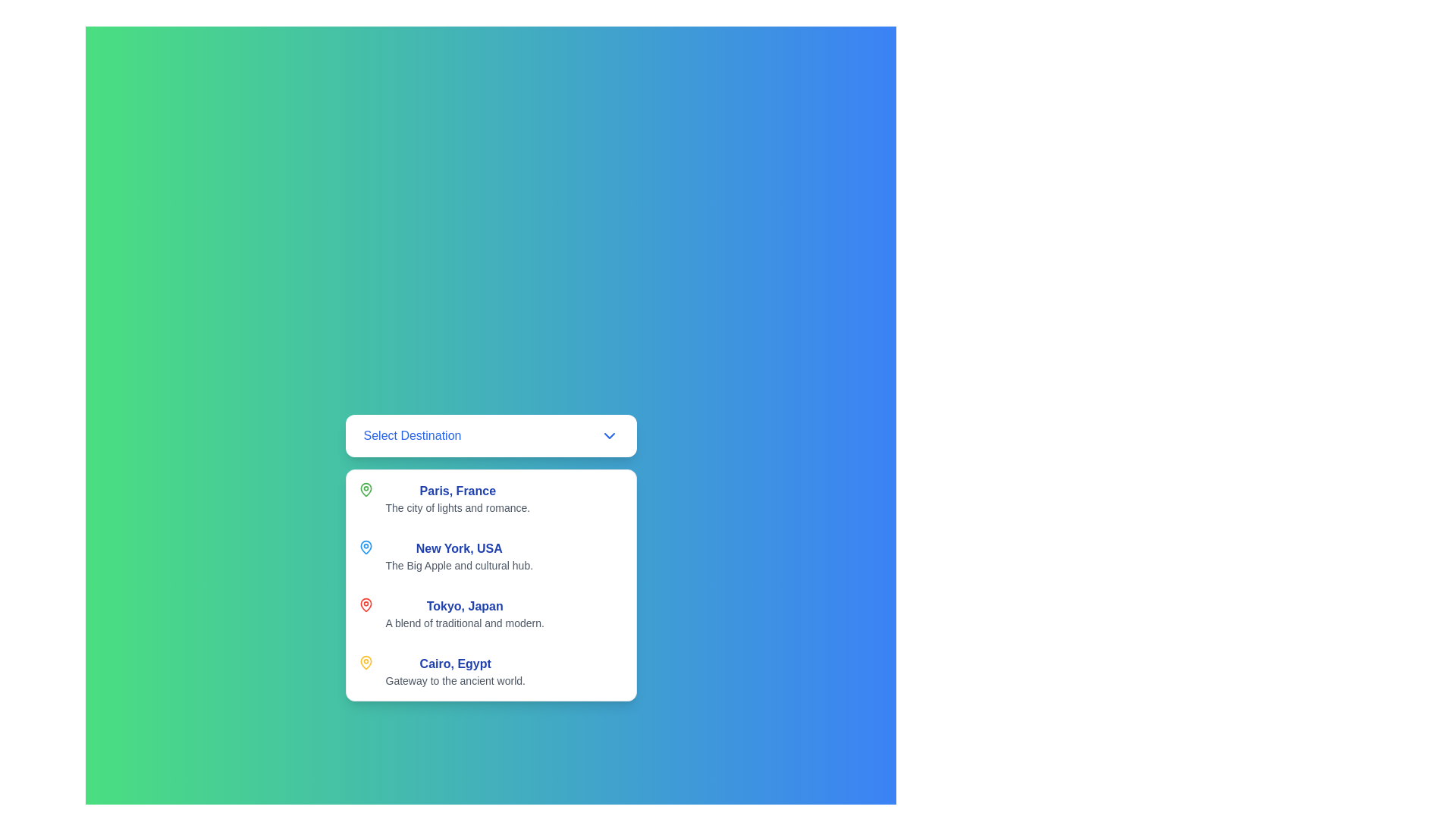  I want to click on the selectable list item displaying 'New York, USA', so click(491, 556).